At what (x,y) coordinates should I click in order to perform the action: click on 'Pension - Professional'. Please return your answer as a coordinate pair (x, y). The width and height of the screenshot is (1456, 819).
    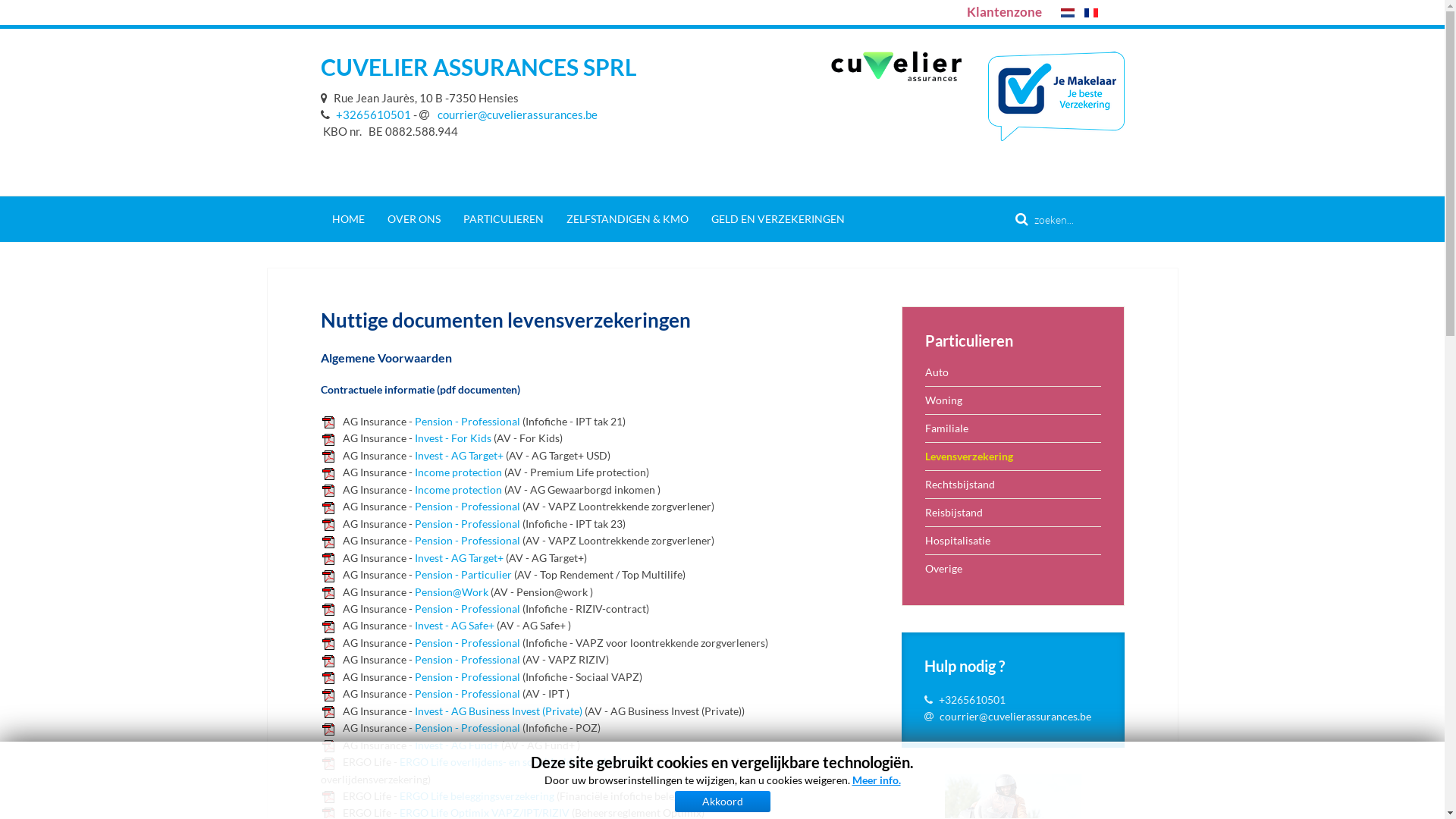
    Looking at the image, I should click on (466, 642).